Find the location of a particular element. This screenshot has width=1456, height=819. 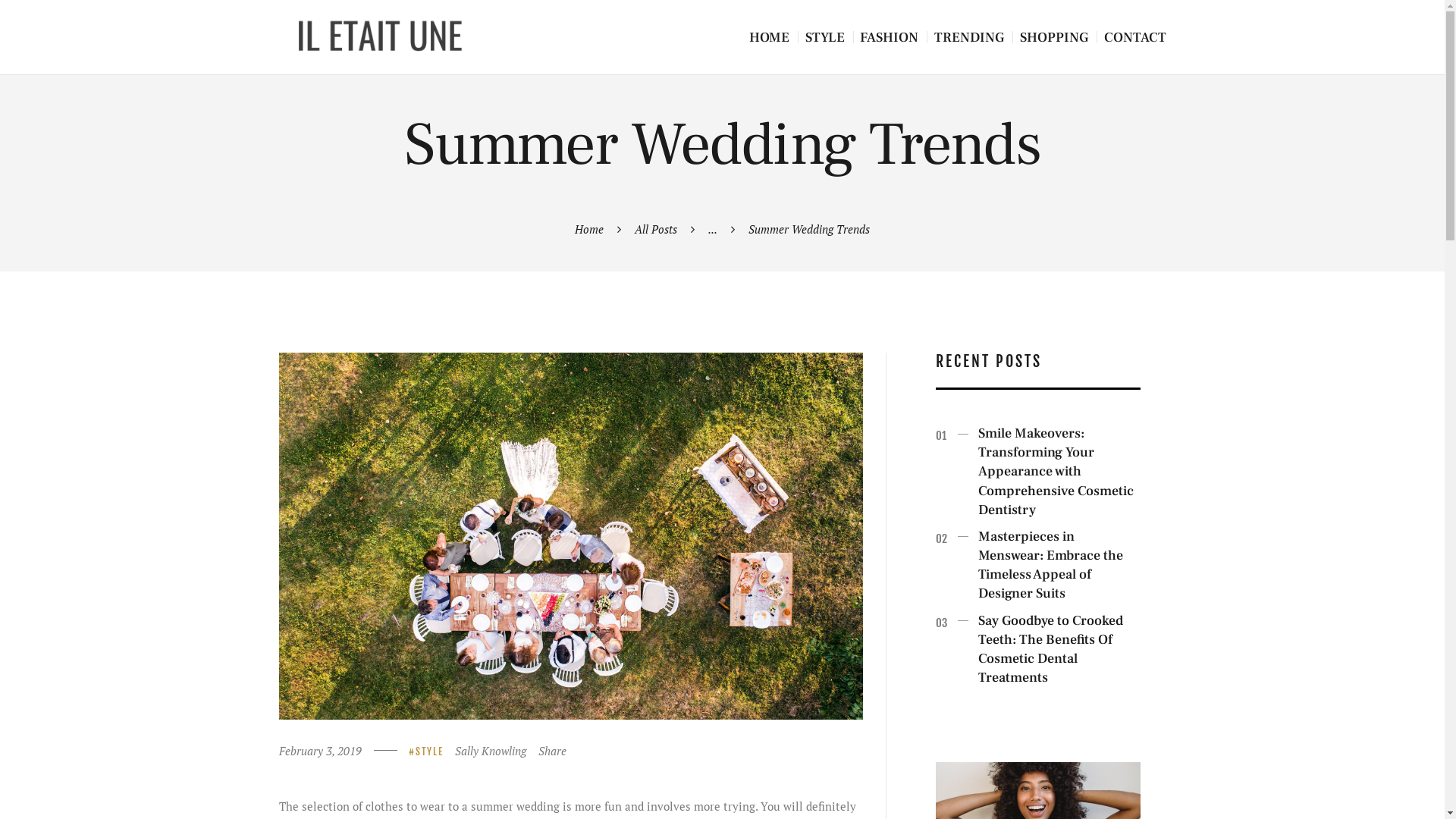

'Sally Knowling' is located at coordinates (496, 751).